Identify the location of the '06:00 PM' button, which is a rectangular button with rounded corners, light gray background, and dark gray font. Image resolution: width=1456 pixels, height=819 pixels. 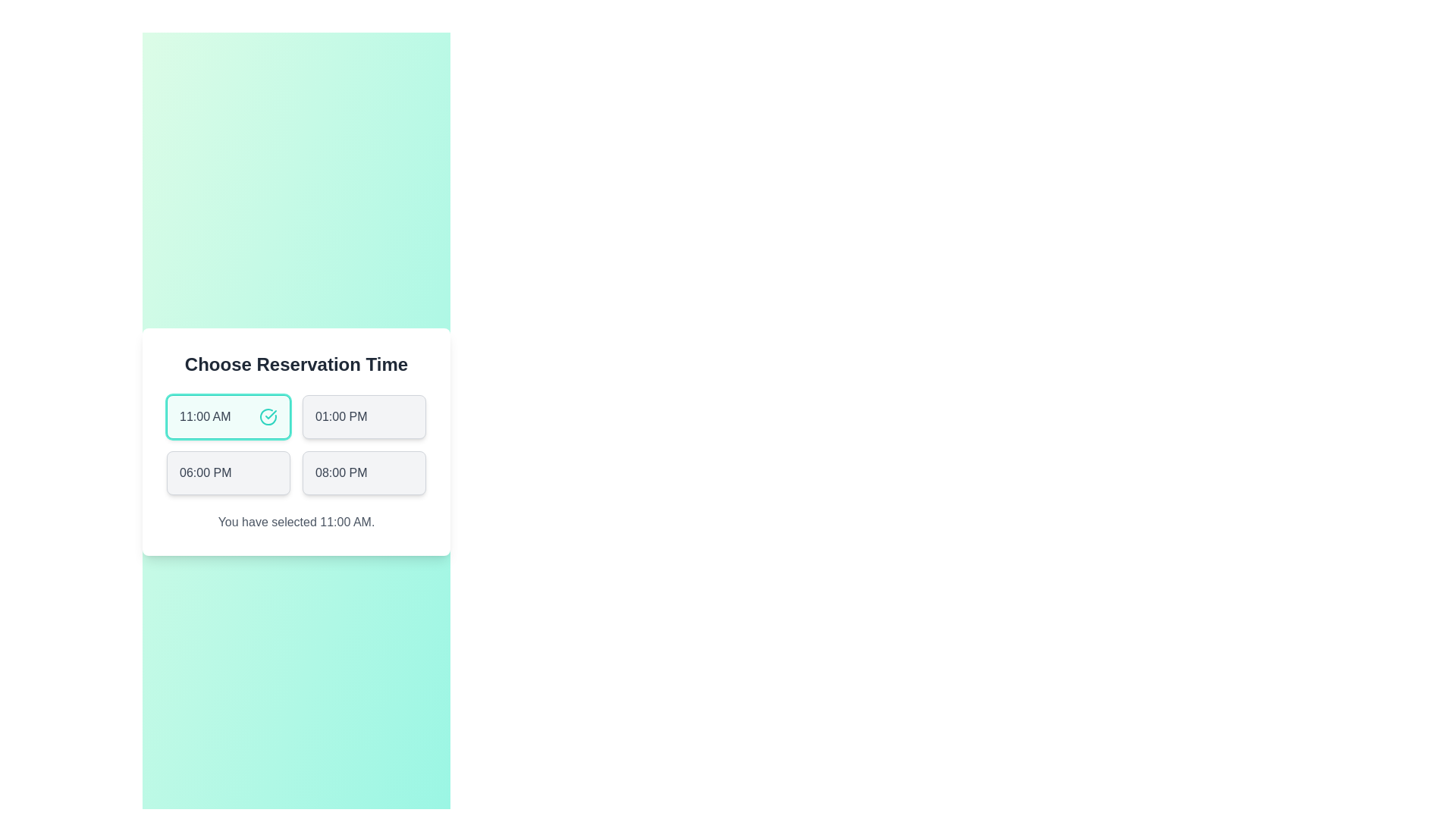
(227, 472).